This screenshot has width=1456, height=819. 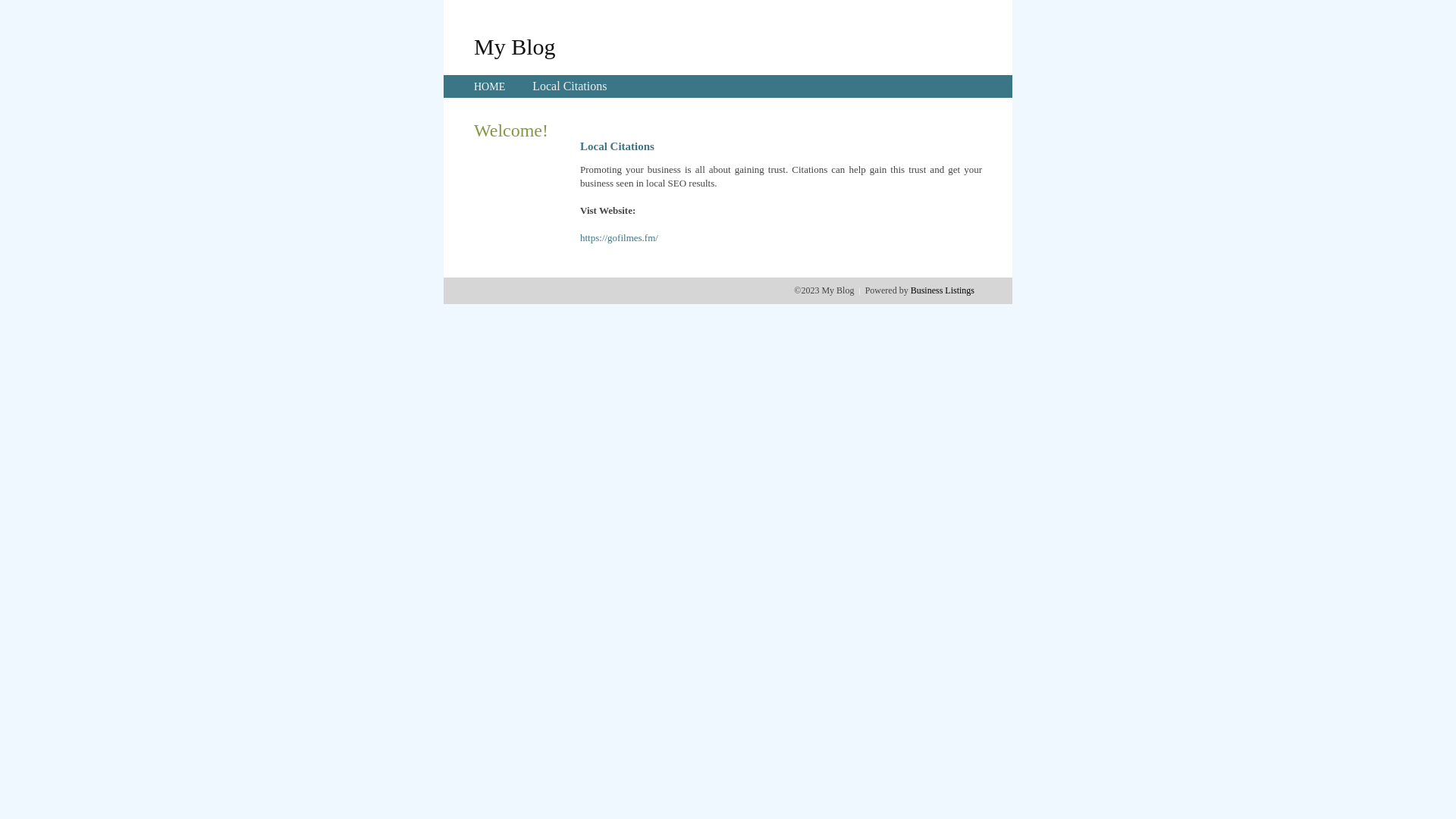 What do you see at coordinates (472, 45) in the screenshot?
I see `'My Blog'` at bounding box center [472, 45].